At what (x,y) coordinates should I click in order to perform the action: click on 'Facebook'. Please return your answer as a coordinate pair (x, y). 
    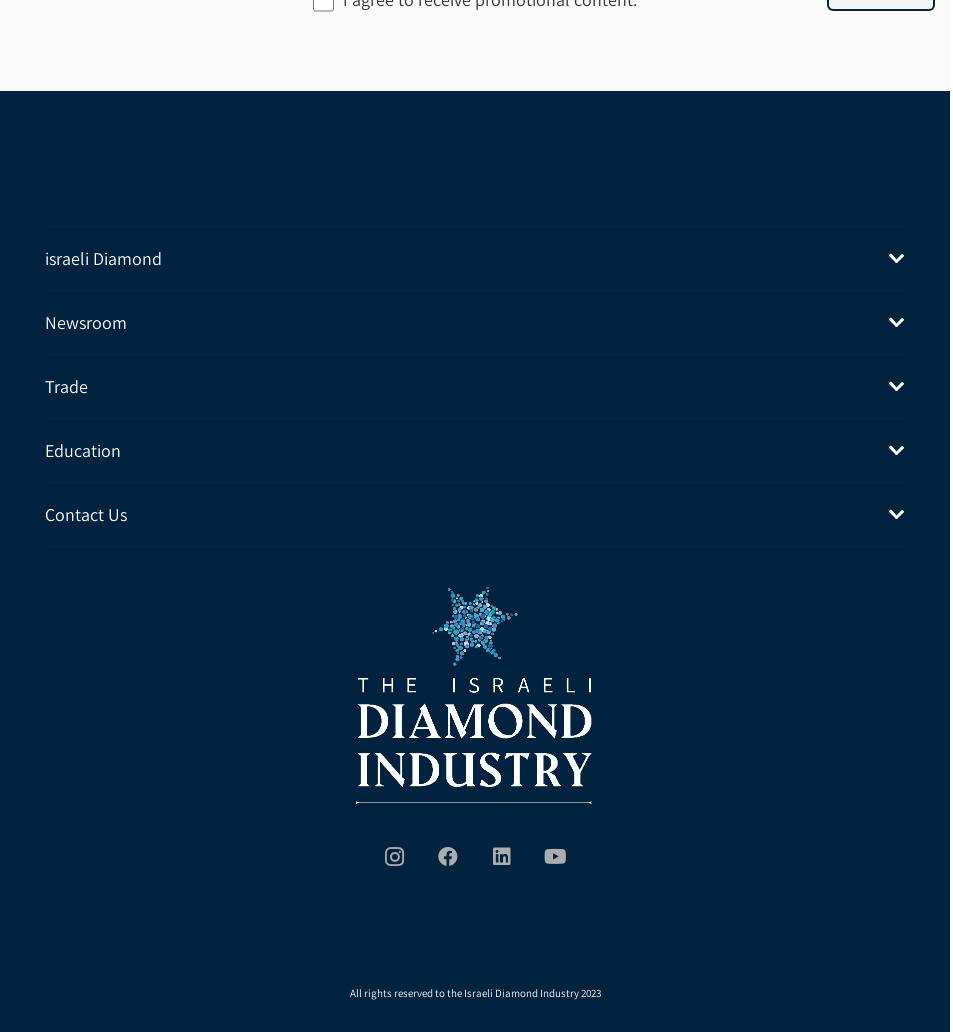
    Looking at the image, I should click on (446, 784).